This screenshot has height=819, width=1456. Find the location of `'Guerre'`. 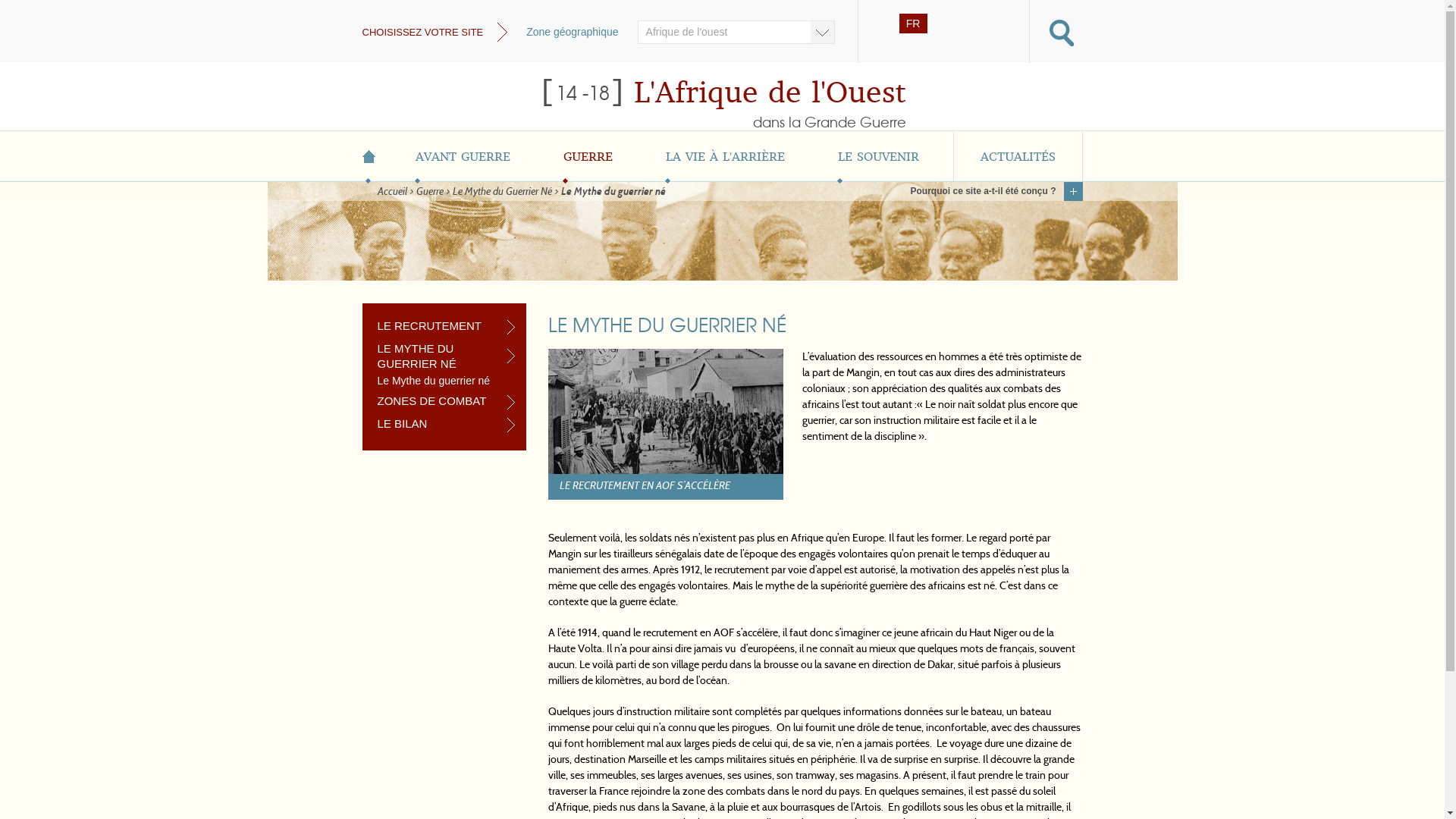

'Guerre' is located at coordinates (428, 191).